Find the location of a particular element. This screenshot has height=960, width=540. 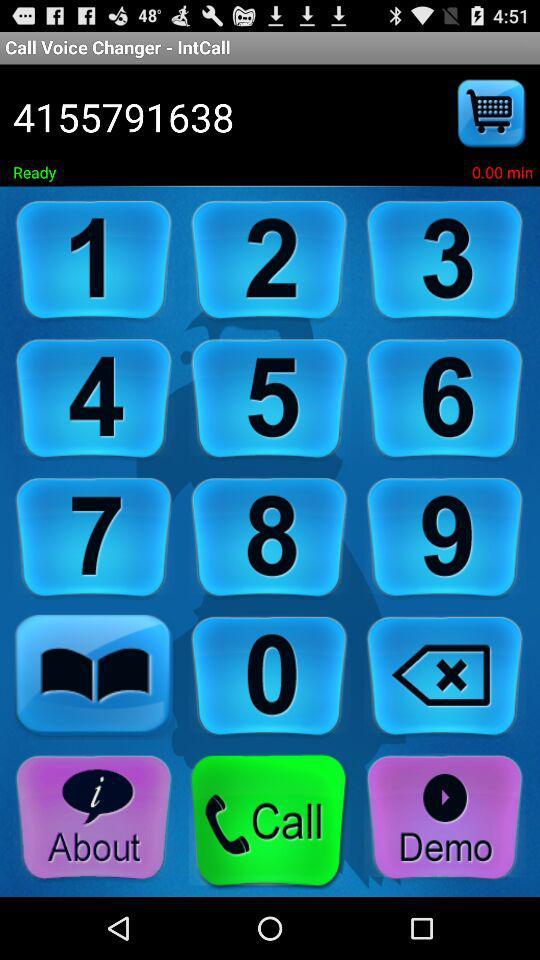

number 6 is located at coordinates (445, 398).